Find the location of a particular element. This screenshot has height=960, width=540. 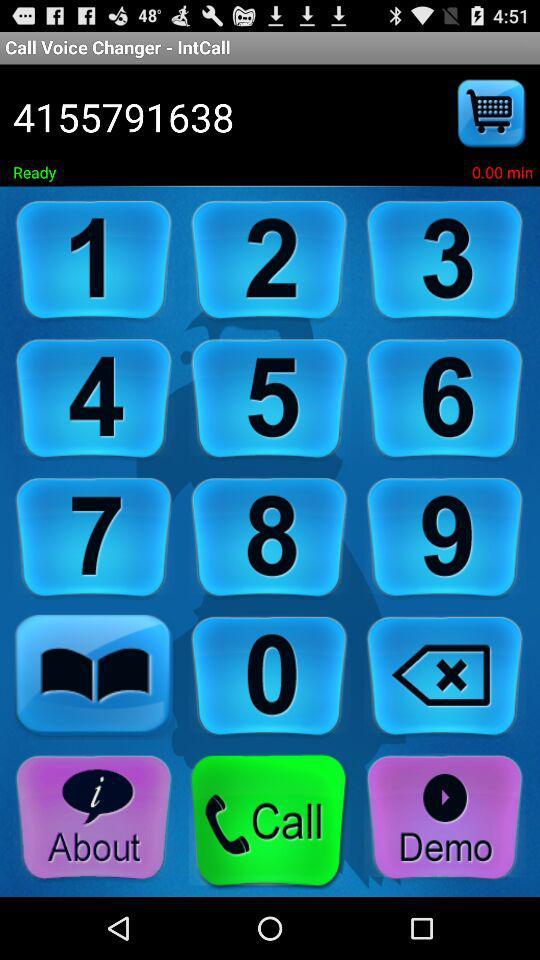

number 6 is located at coordinates (445, 398).